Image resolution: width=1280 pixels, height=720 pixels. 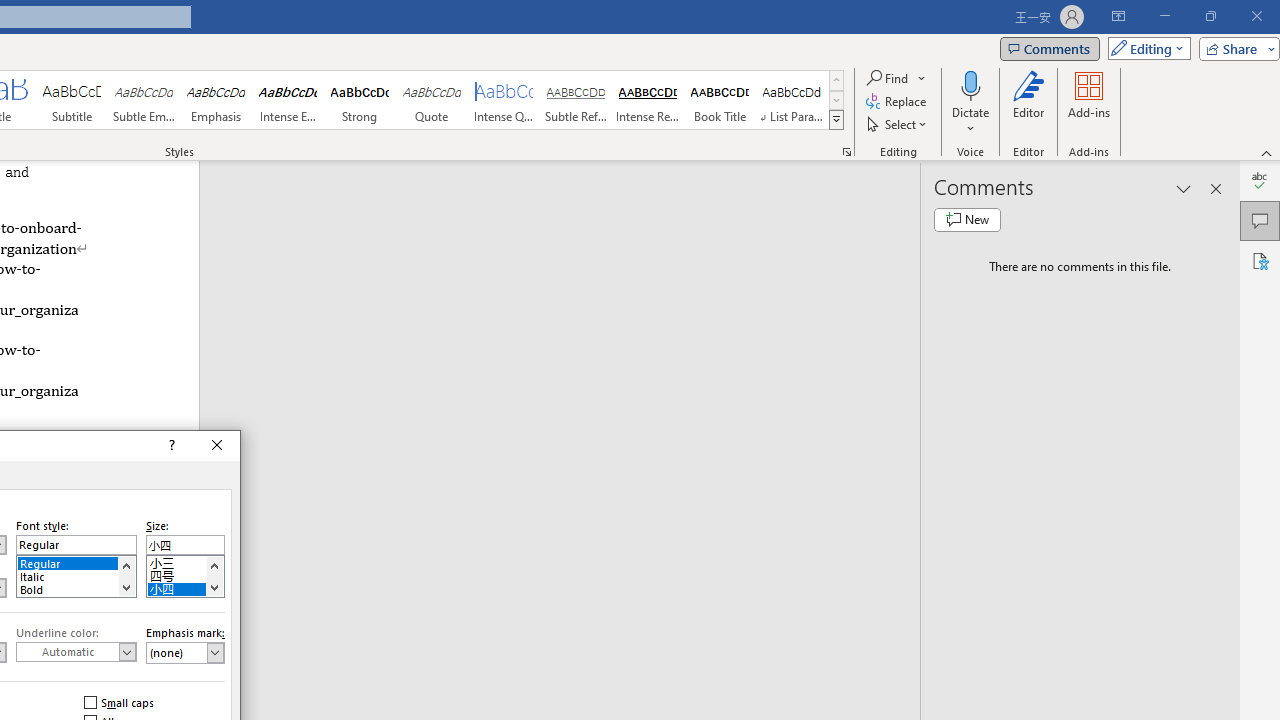 What do you see at coordinates (1209, 16) in the screenshot?
I see `'Restore Down'` at bounding box center [1209, 16].